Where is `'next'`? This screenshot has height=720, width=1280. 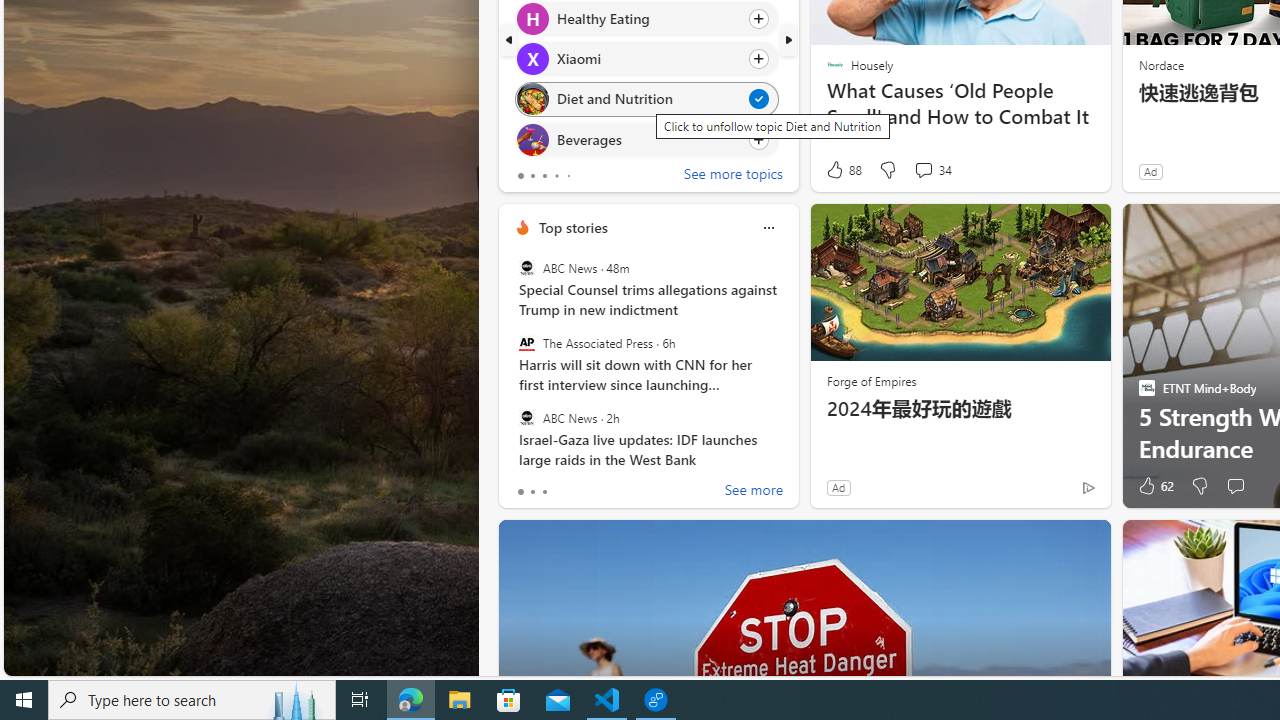
'next' is located at coordinates (787, 39).